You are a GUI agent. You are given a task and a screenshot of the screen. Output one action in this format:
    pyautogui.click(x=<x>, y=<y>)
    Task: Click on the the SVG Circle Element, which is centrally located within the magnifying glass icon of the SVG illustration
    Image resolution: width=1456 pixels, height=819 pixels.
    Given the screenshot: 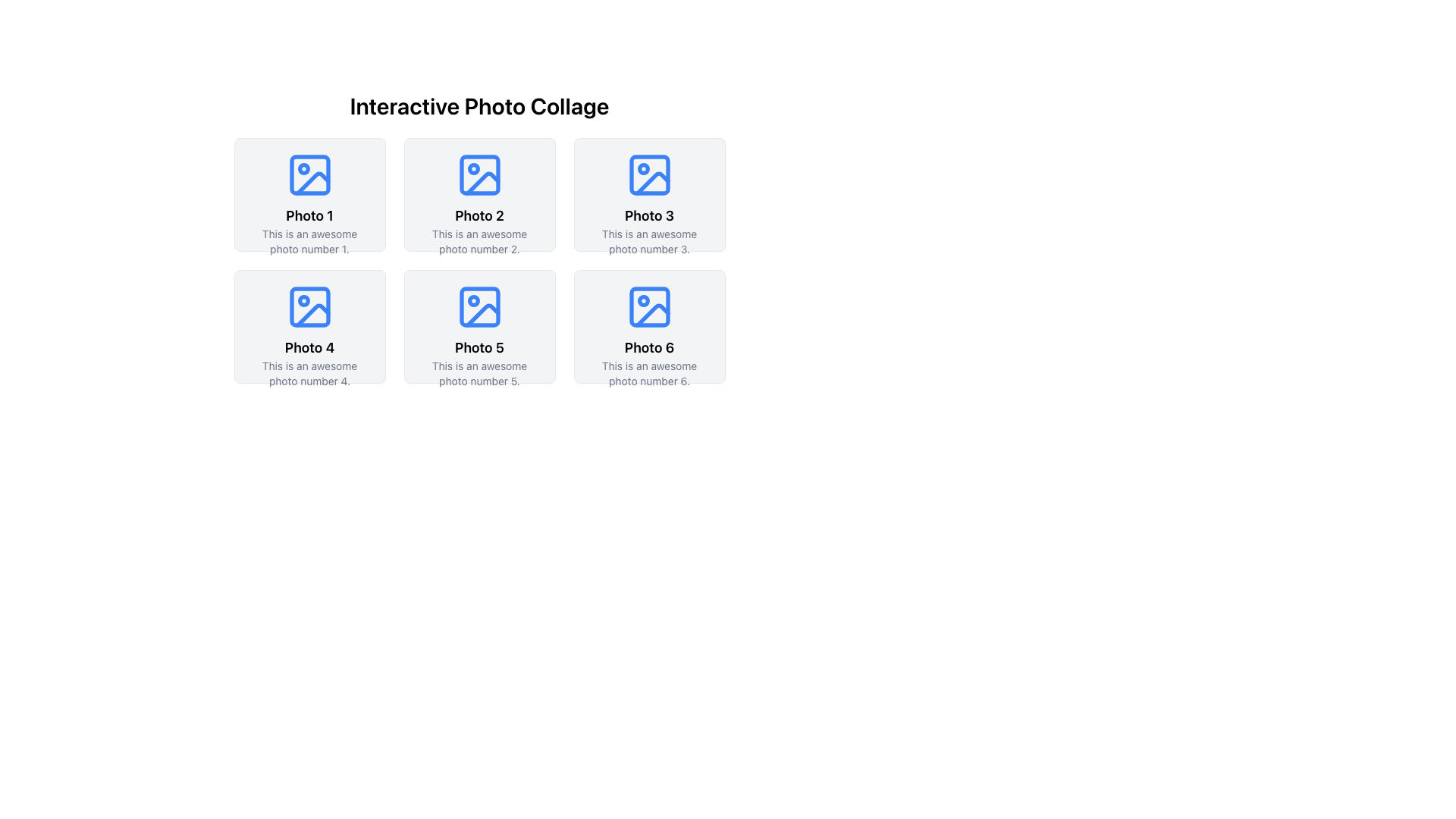 What is the action you would take?
    pyautogui.click(x=648, y=193)
    